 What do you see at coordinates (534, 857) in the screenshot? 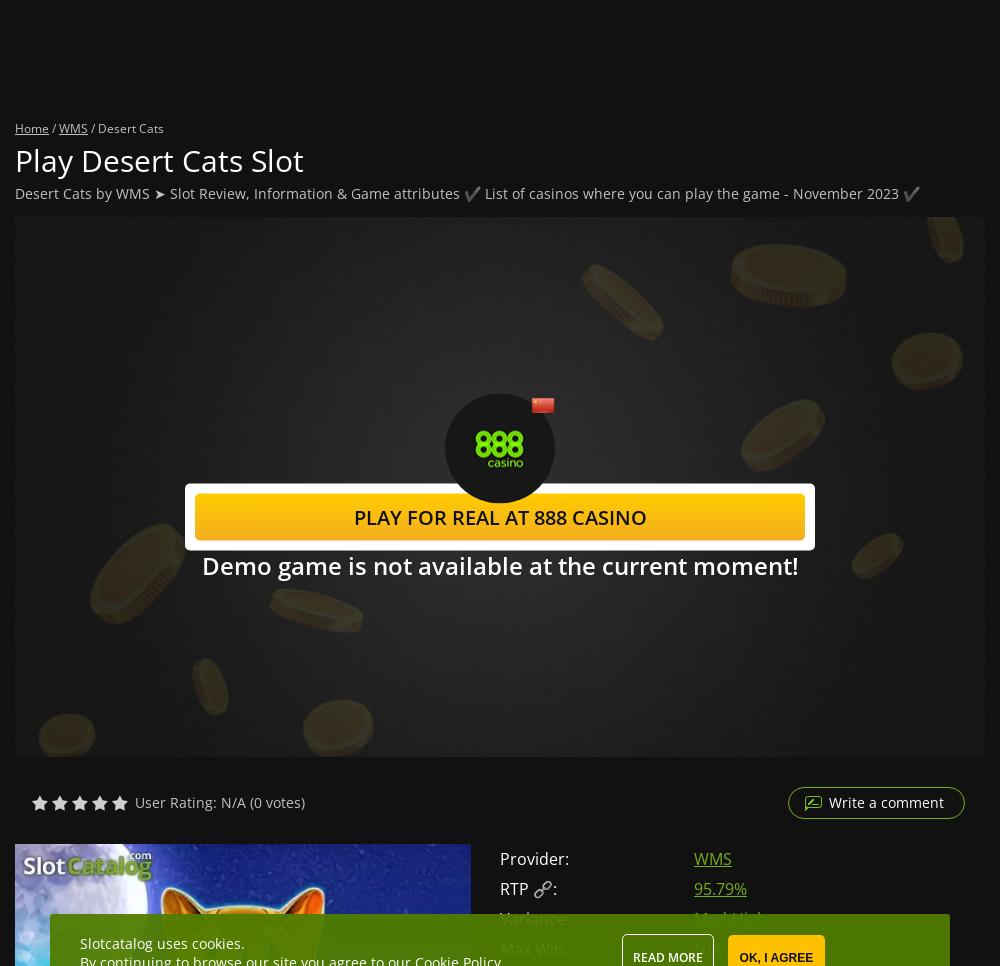
I see `'Provider:'` at bounding box center [534, 857].